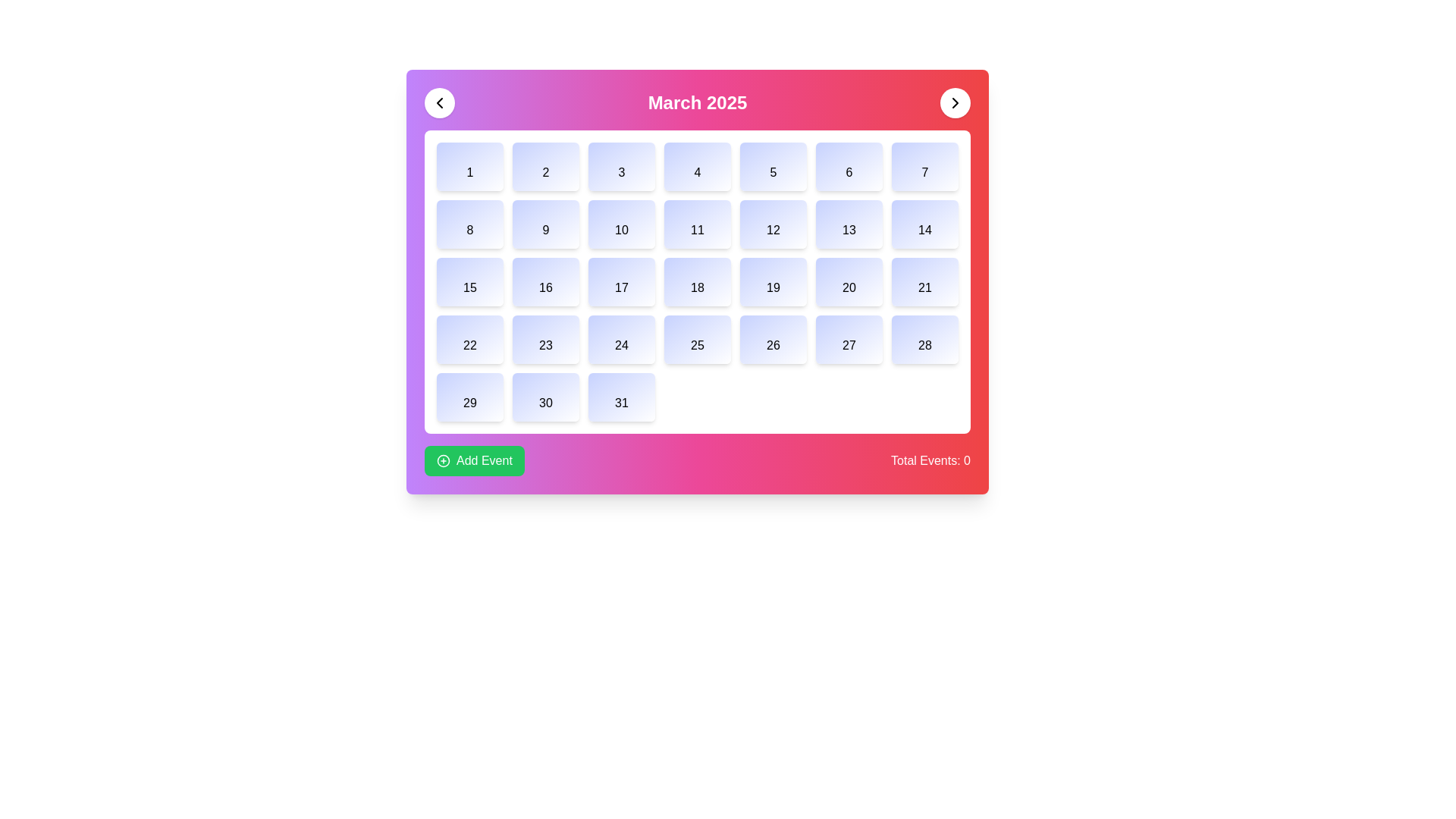  What do you see at coordinates (848, 338) in the screenshot?
I see `the date representation cell displaying '27' in the March 2025 calendar` at bounding box center [848, 338].